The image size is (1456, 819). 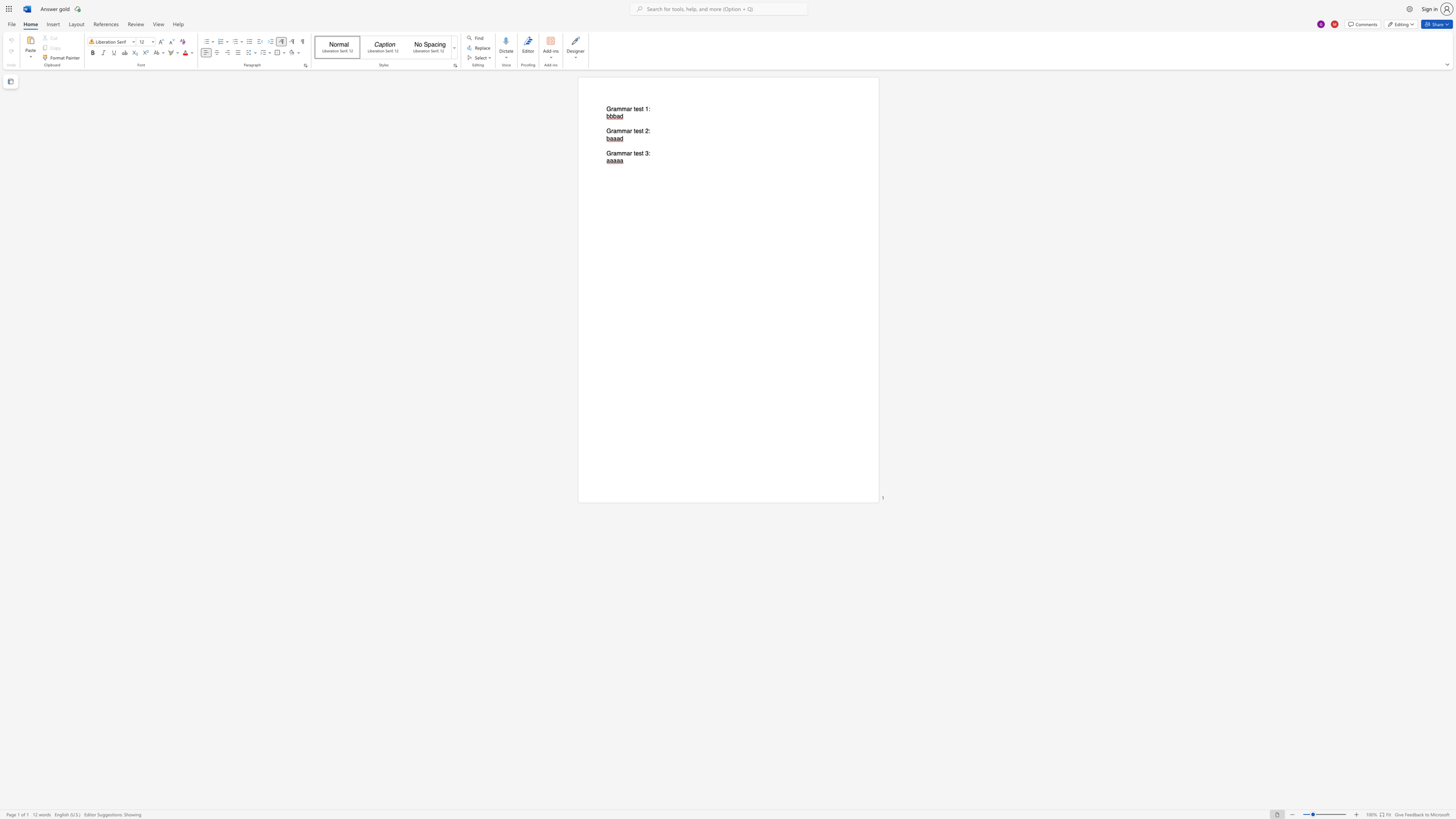 What do you see at coordinates (631, 153) in the screenshot?
I see `the 2th character "r" in the text` at bounding box center [631, 153].